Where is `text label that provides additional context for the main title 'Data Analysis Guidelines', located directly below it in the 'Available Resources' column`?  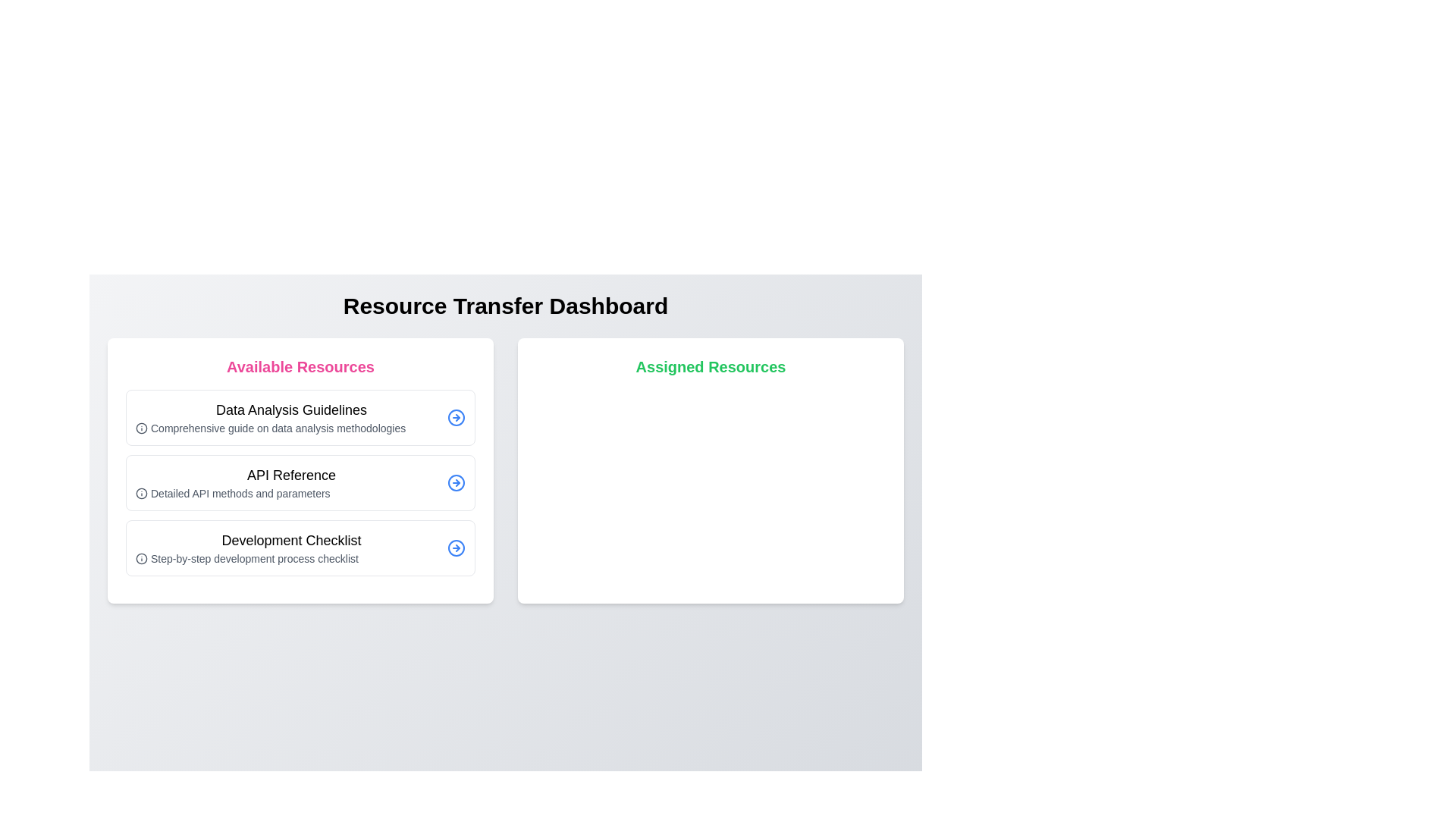 text label that provides additional context for the main title 'Data Analysis Guidelines', located directly below it in the 'Available Resources' column is located at coordinates (291, 428).